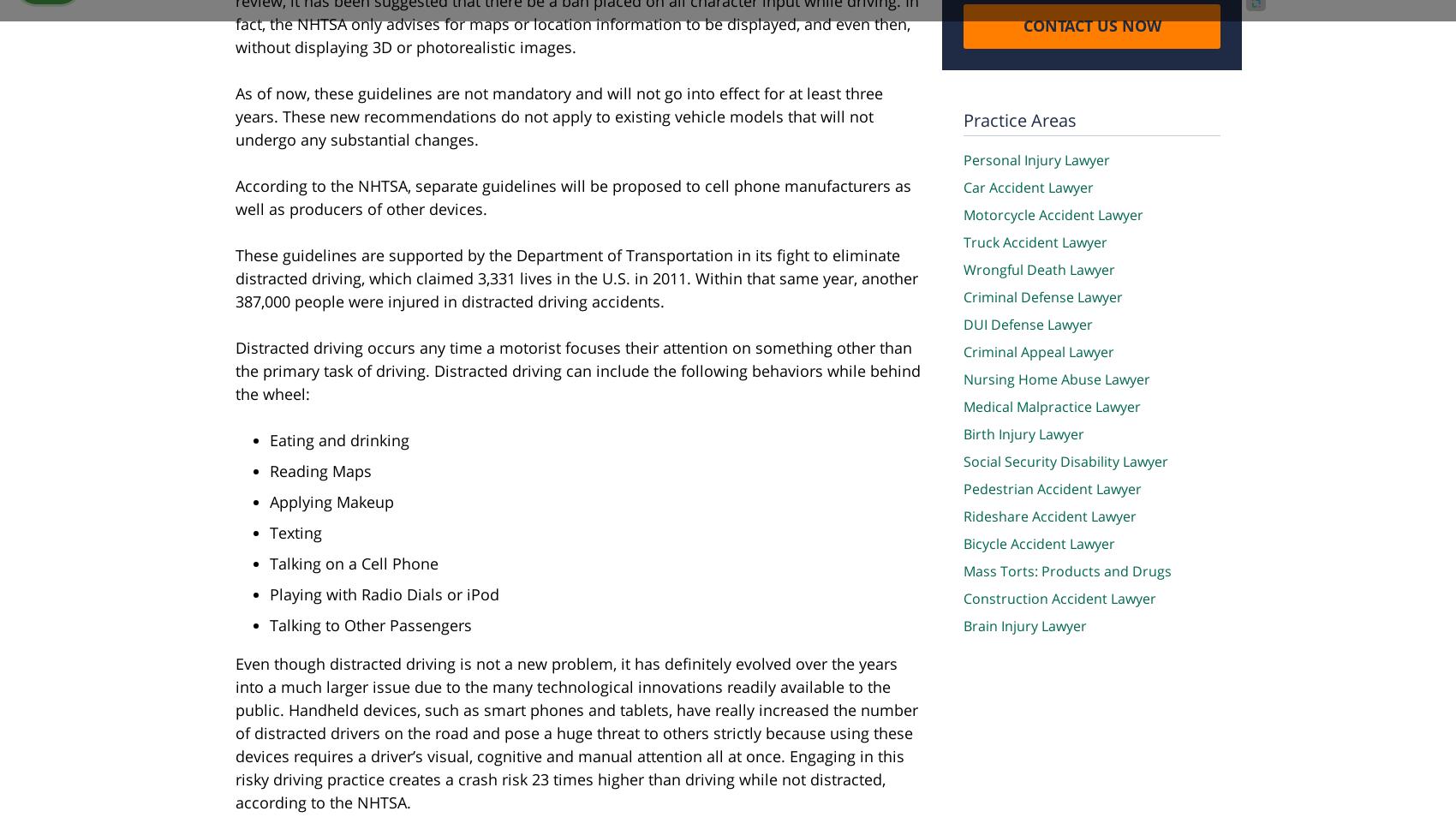  Describe the element at coordinates (1023, 432) in the screenshot. I see `'Birth Injury Lawyer'` at that location.